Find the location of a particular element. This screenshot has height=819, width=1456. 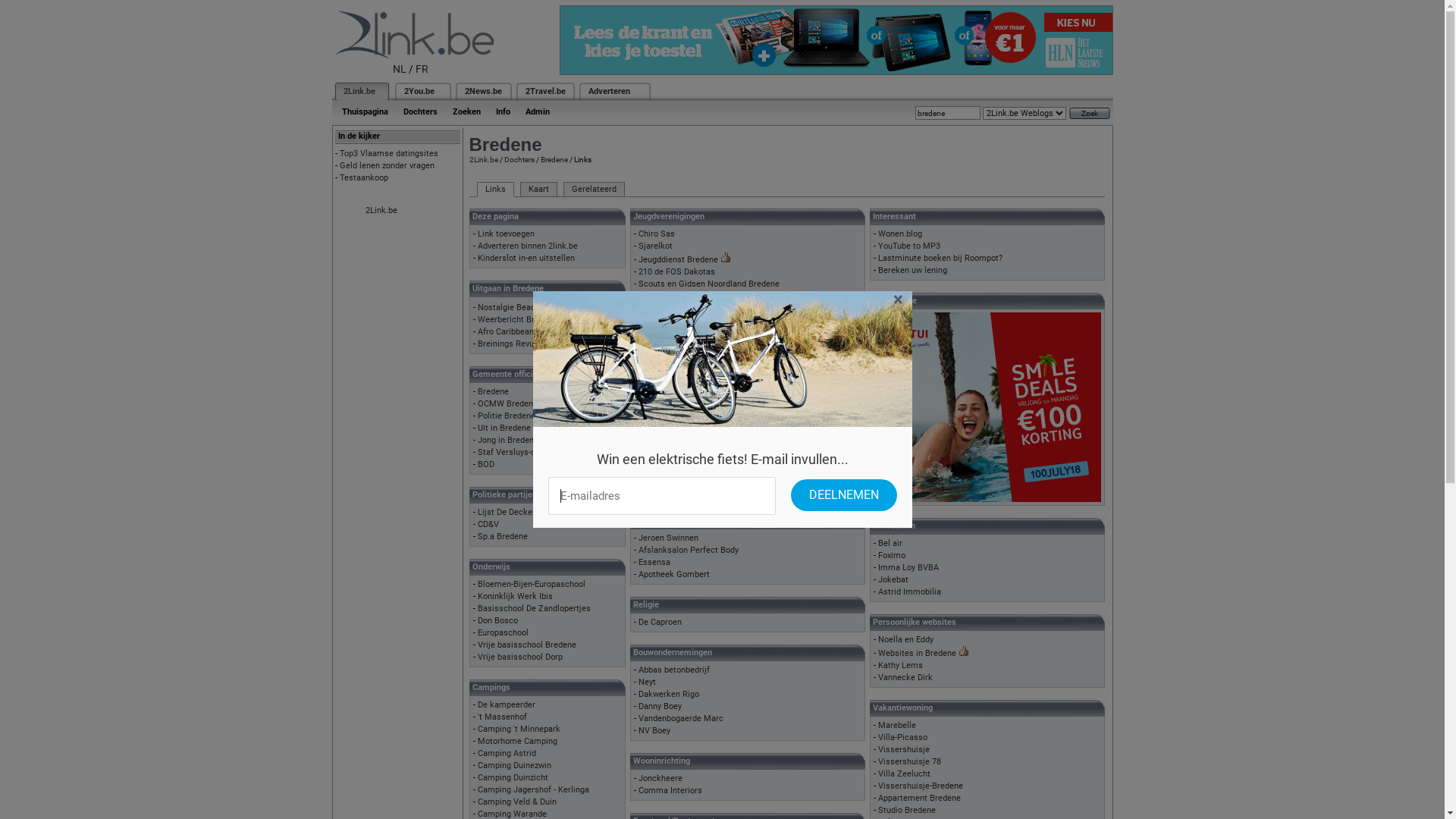

'Camping Duinezwin' is located at coordinates (514, 765).